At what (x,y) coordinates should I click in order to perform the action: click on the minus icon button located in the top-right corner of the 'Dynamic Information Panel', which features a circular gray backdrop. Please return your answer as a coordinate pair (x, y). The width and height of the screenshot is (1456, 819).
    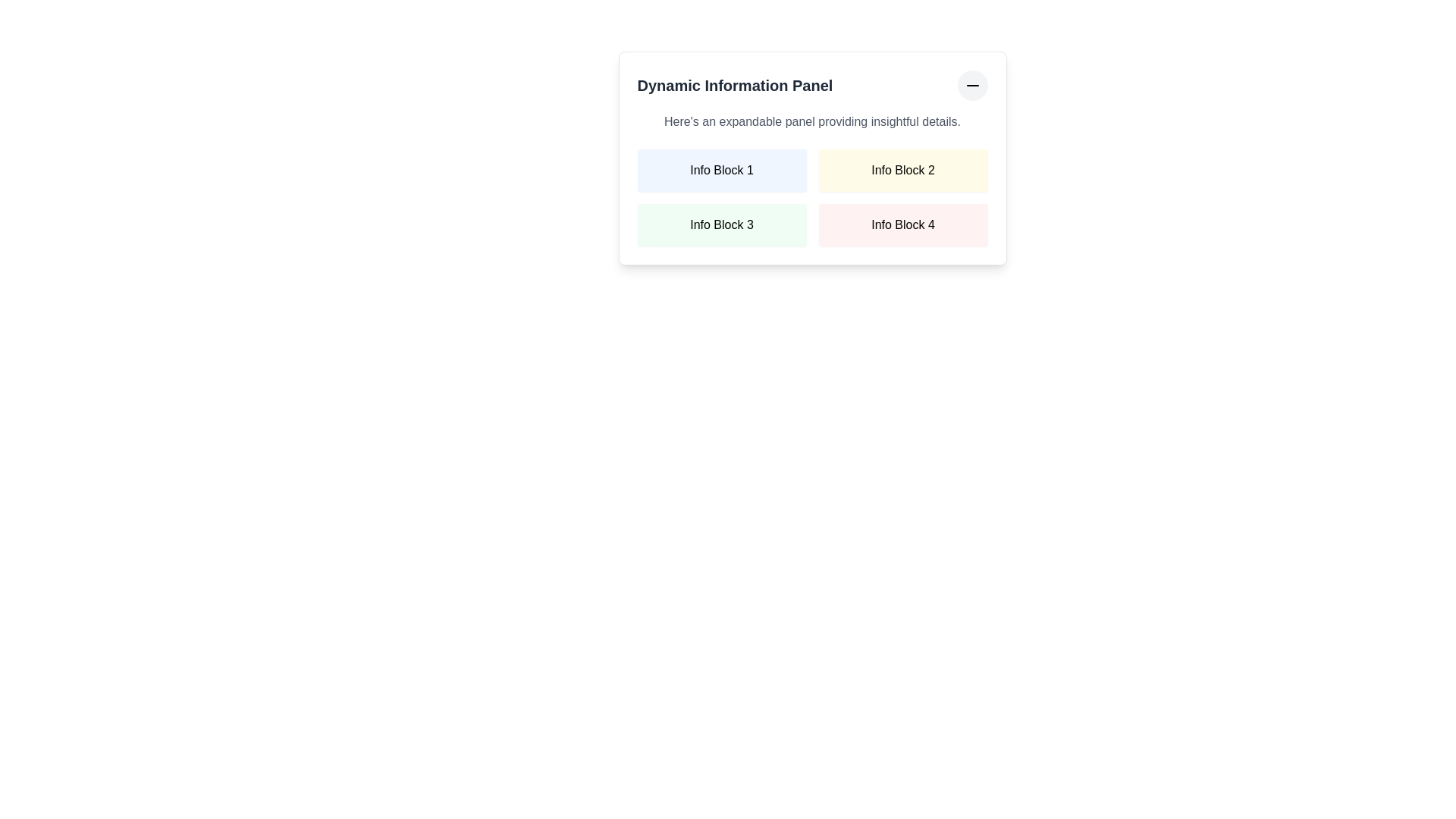
    Looking at the image, I should click on (972, 85).